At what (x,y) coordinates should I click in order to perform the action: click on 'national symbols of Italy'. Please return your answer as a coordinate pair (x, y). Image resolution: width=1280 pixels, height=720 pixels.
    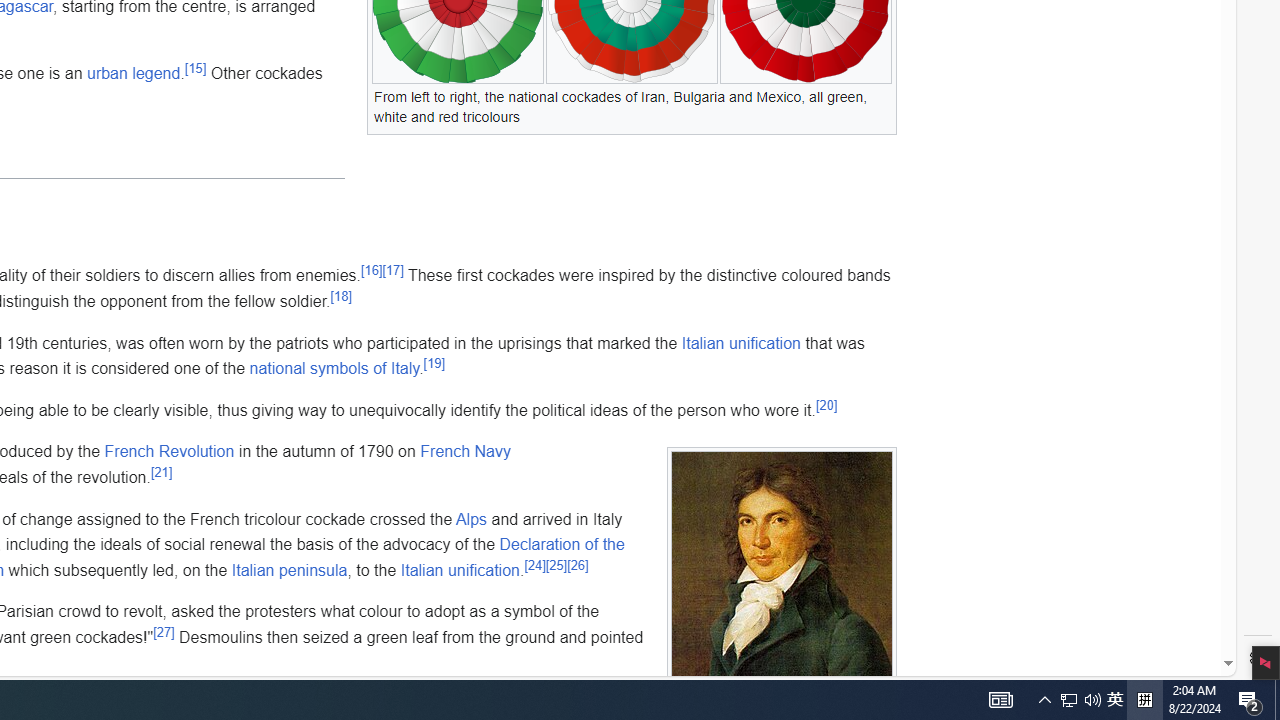
    Looking at the image, I should click on (334, 368).